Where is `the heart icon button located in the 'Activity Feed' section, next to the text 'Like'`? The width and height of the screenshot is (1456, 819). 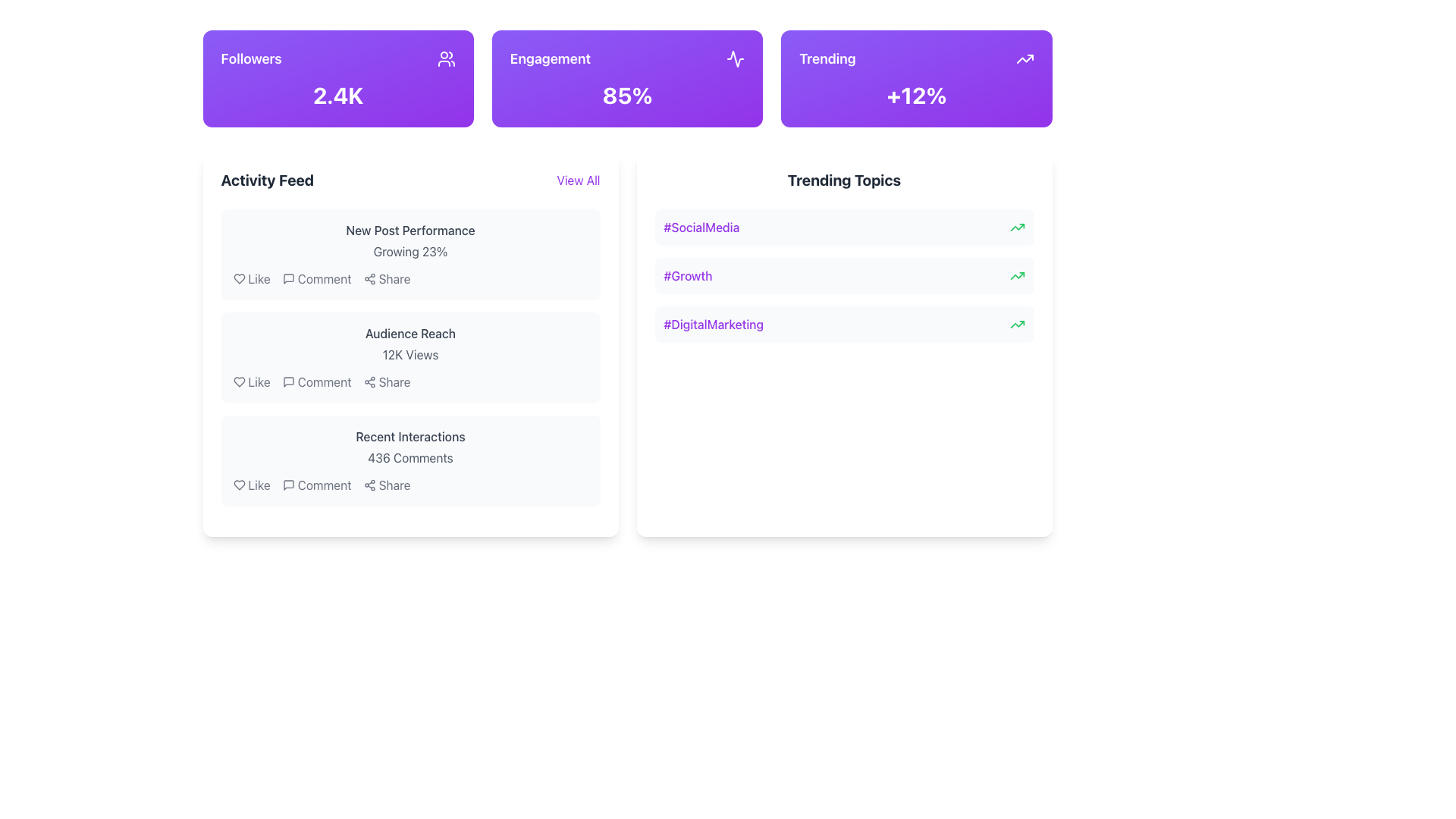 the heart icon button located in the 'Activity Feed' section, next to the text 'Like' is located at coordinates (238, 278).